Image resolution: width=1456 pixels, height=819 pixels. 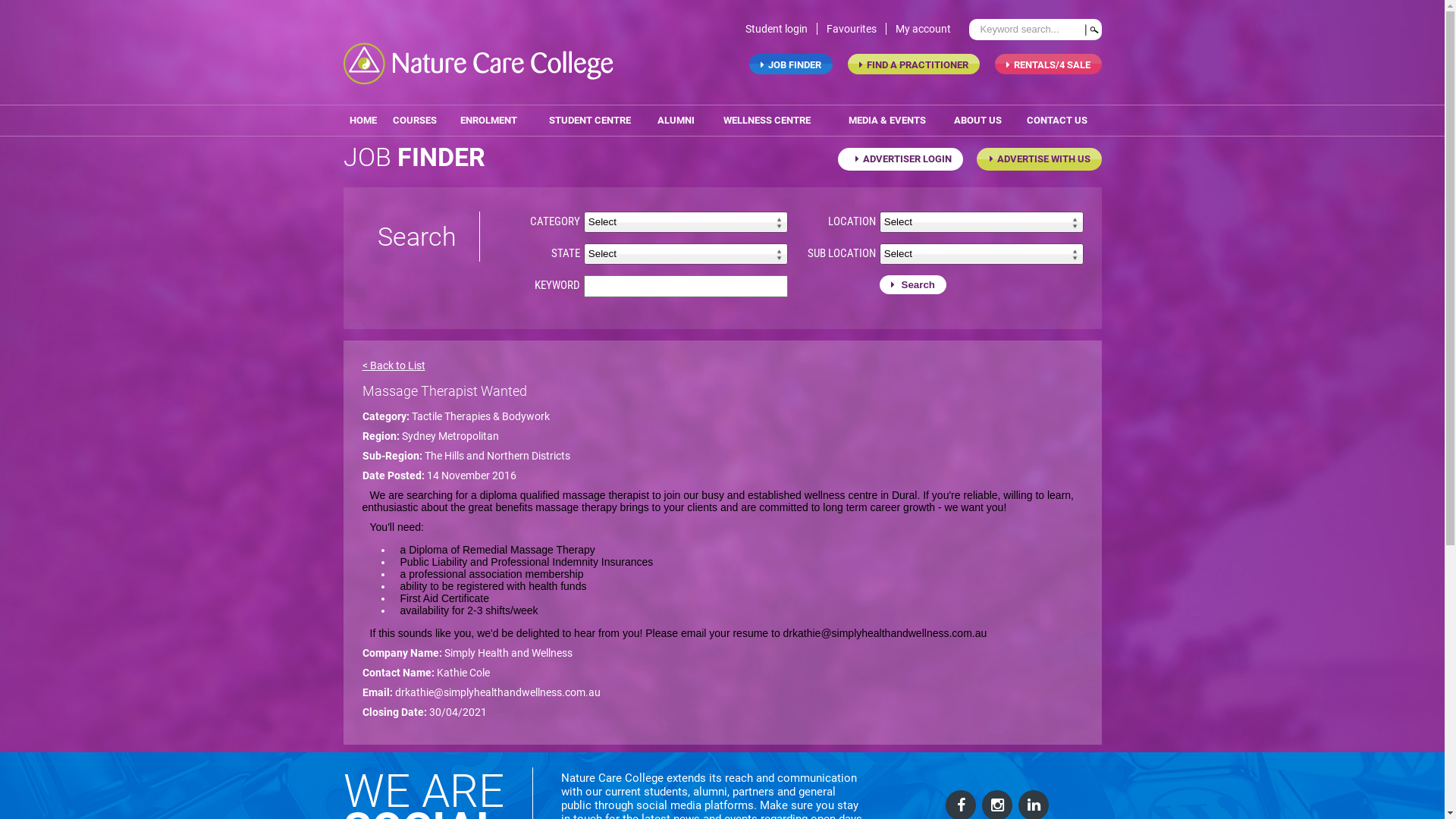 I want to click on 'WELLNESS CENTRE', so click(x=767, y=119).